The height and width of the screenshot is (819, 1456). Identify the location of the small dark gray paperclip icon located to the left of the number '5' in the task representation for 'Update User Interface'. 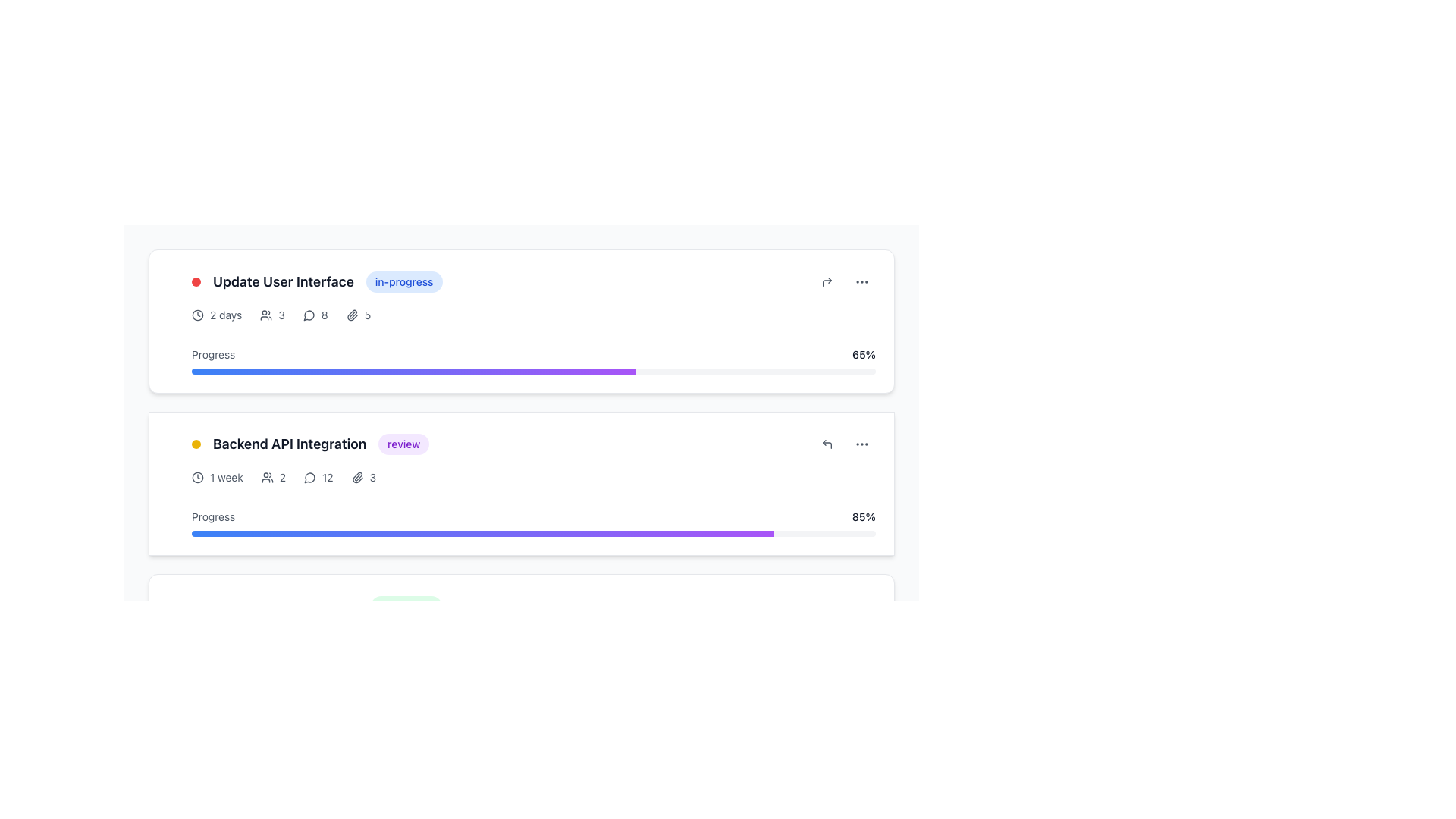
(351, 315).